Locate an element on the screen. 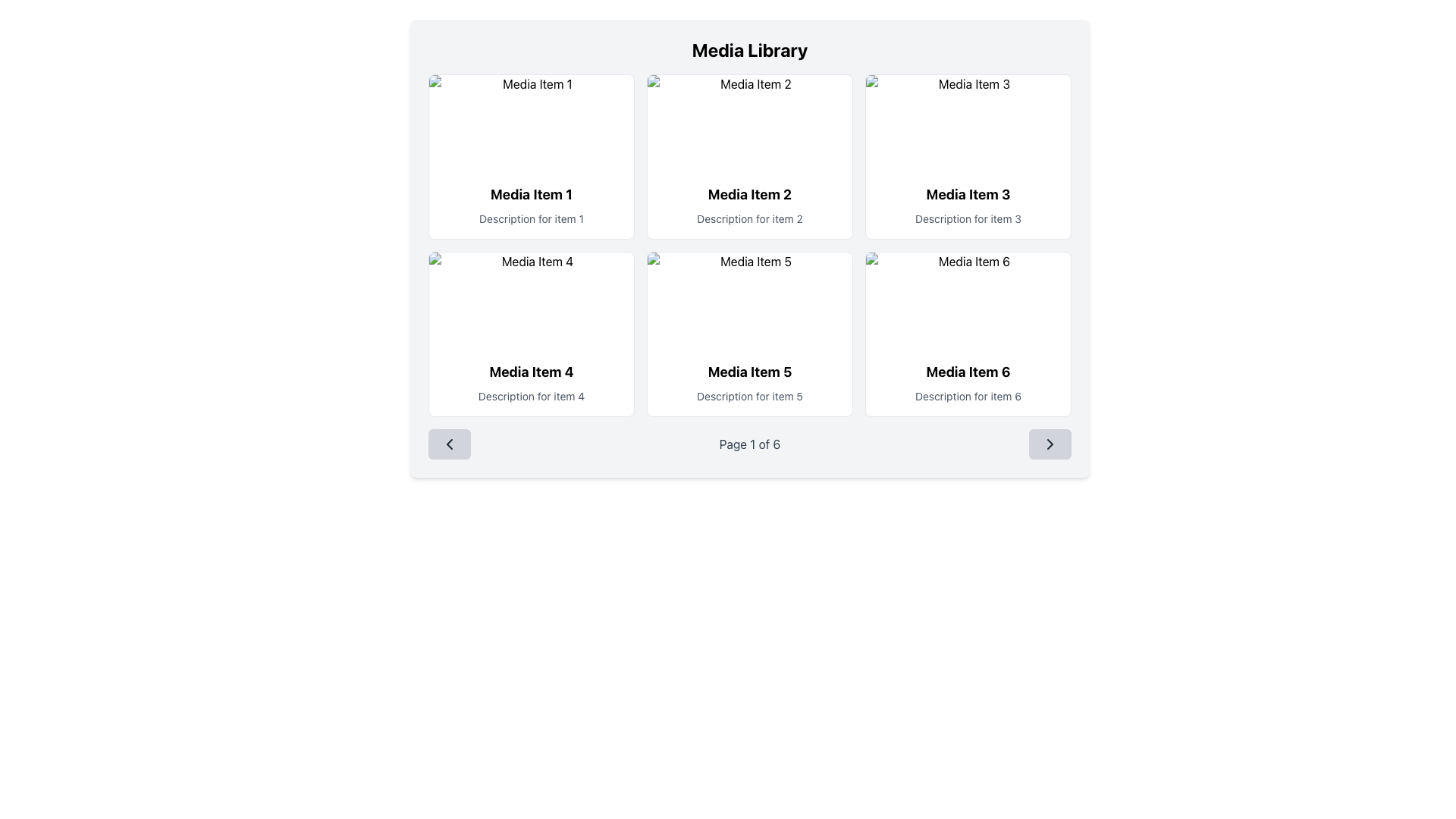 The height and width of the screenshot is (819, 1456). the informational text block containing 'Media Item 2' and 'Description for item 2' located in the second column of the first row in a 3x2 grid is located at coordinates (749, 205).